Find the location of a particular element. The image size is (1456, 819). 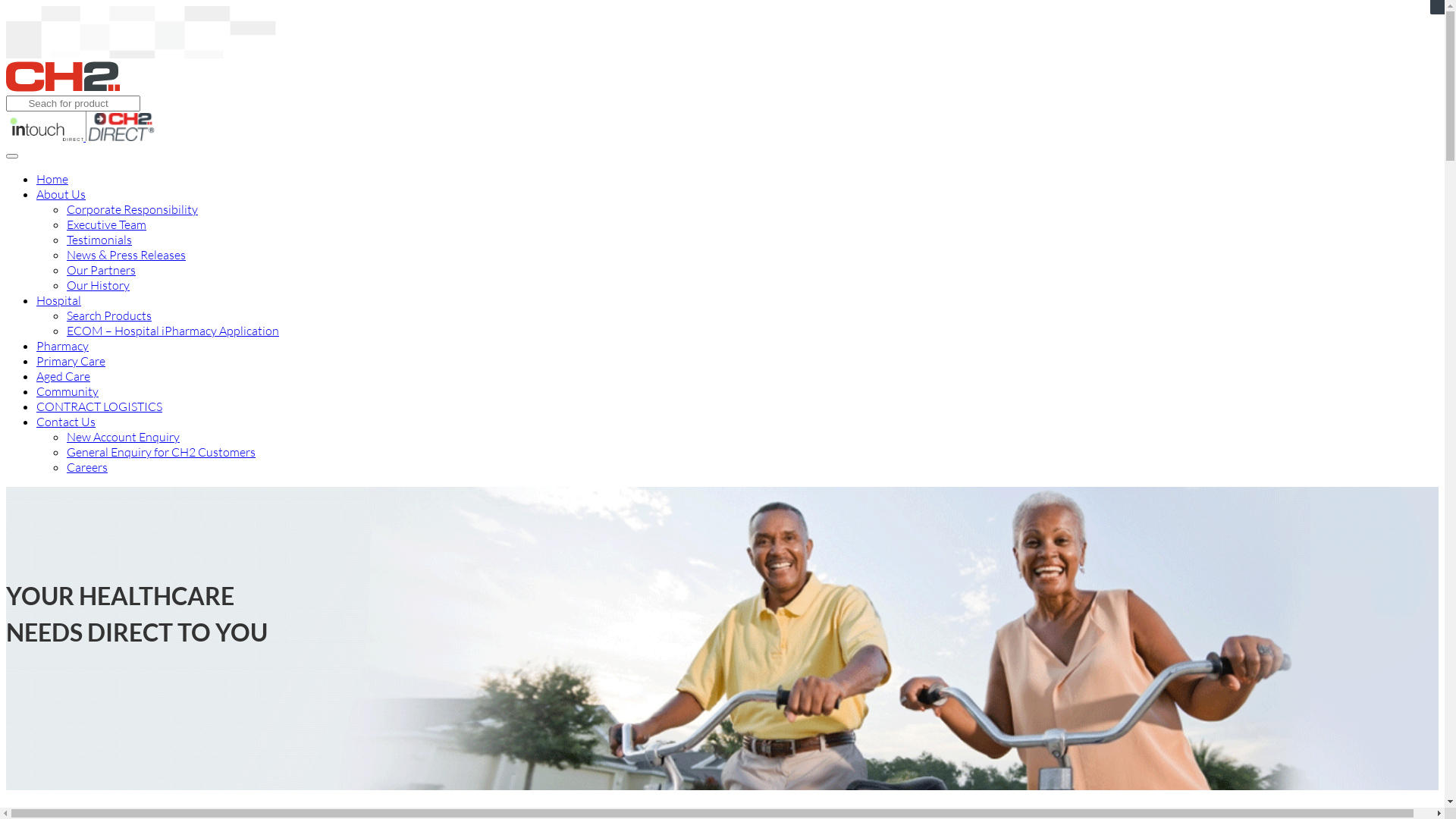

'Corporate Responsibility' is located at coordinates (132, 209).